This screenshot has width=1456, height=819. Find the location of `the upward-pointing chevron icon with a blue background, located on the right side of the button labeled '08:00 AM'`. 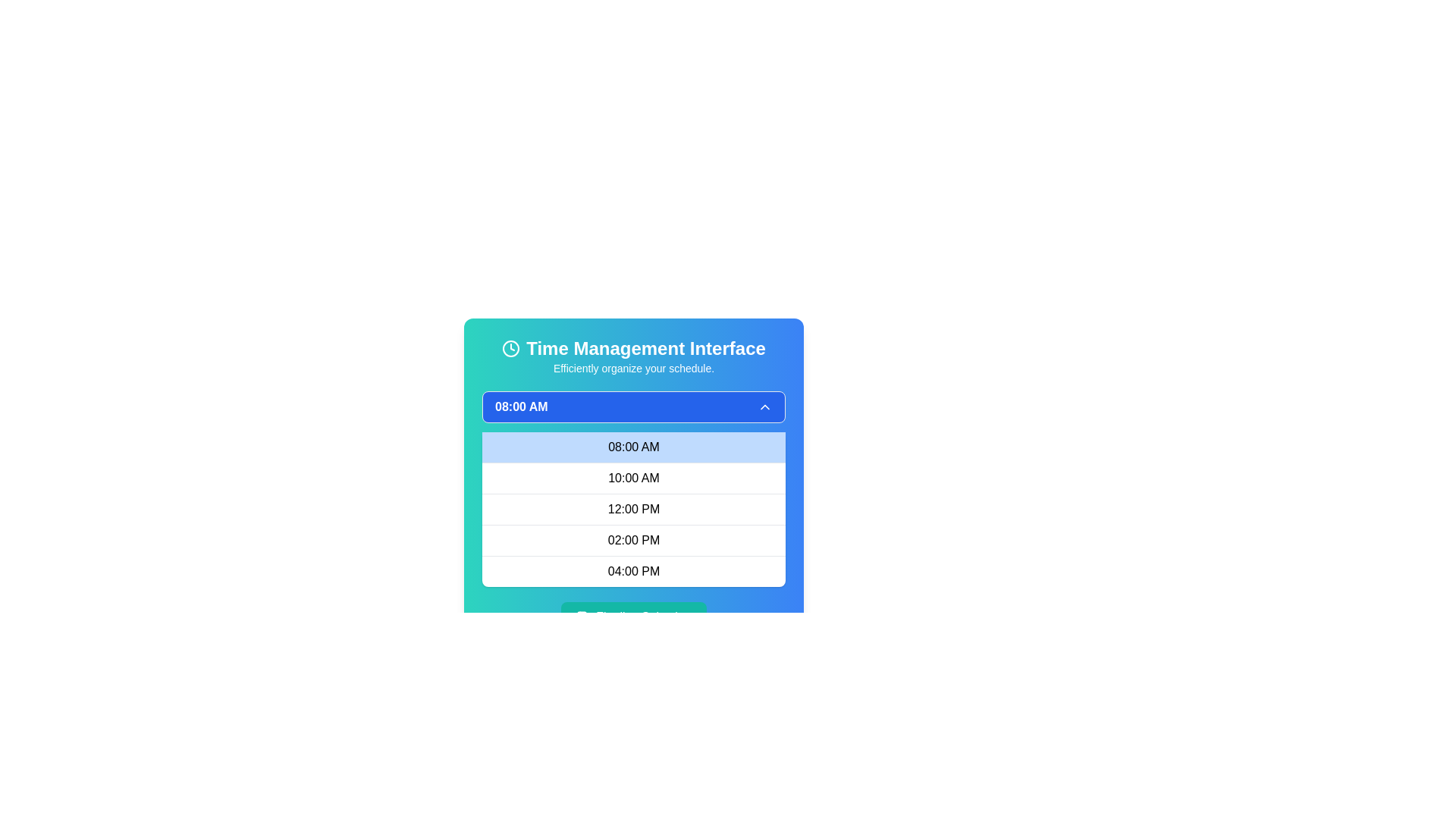

the upward-pointing chevron icon with a blue background, located on the right side of the button labeled '08:00 AM' is located at coordinates (764, 406).